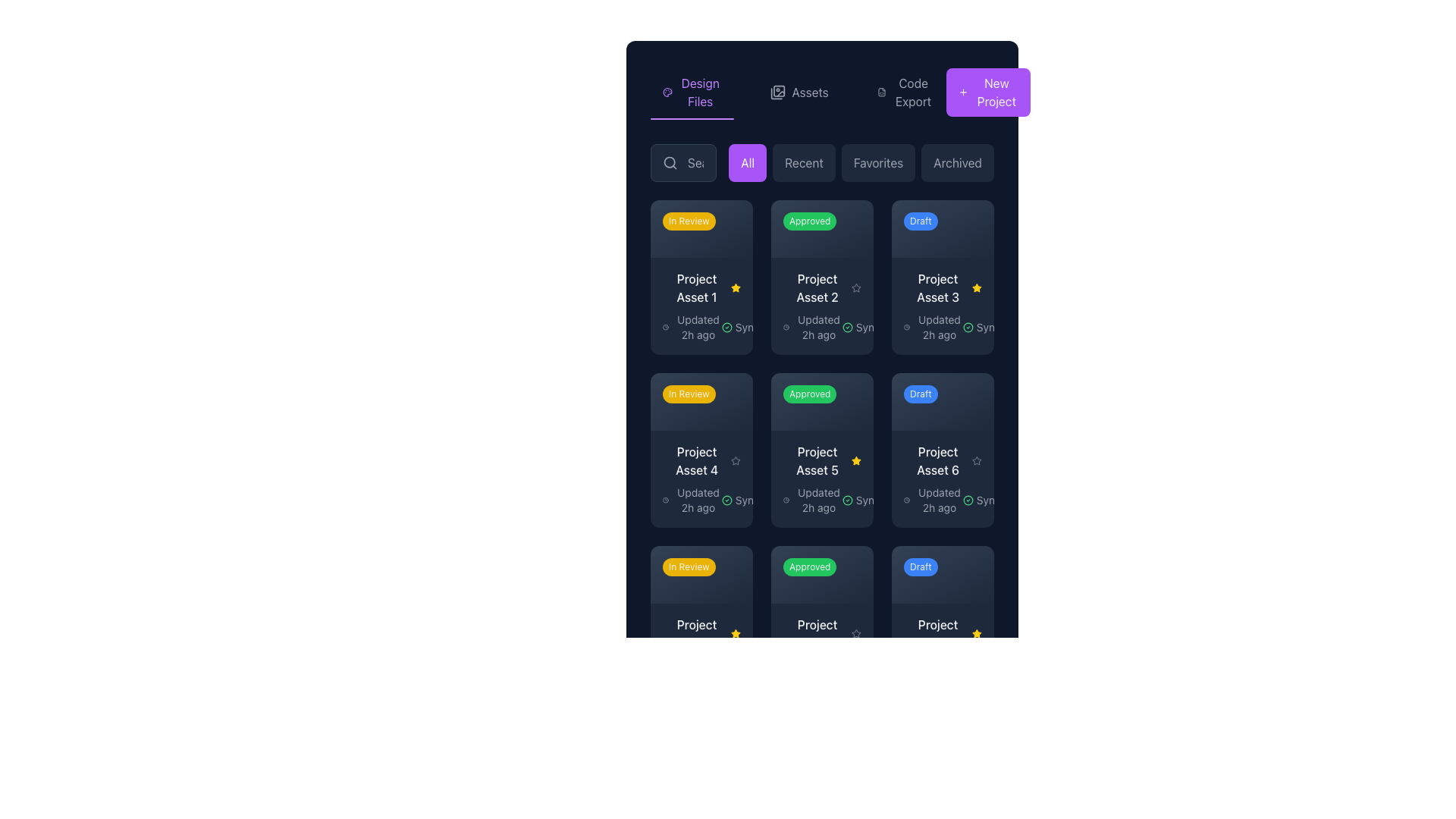 The image size is (1456, 819). What do you see at coordinates (920, 221) in the screenshot?
I see `the small blue rounded rectangle labeled 'Draft', located at the top-left corner of the project card` at bounding box center [920, 221].